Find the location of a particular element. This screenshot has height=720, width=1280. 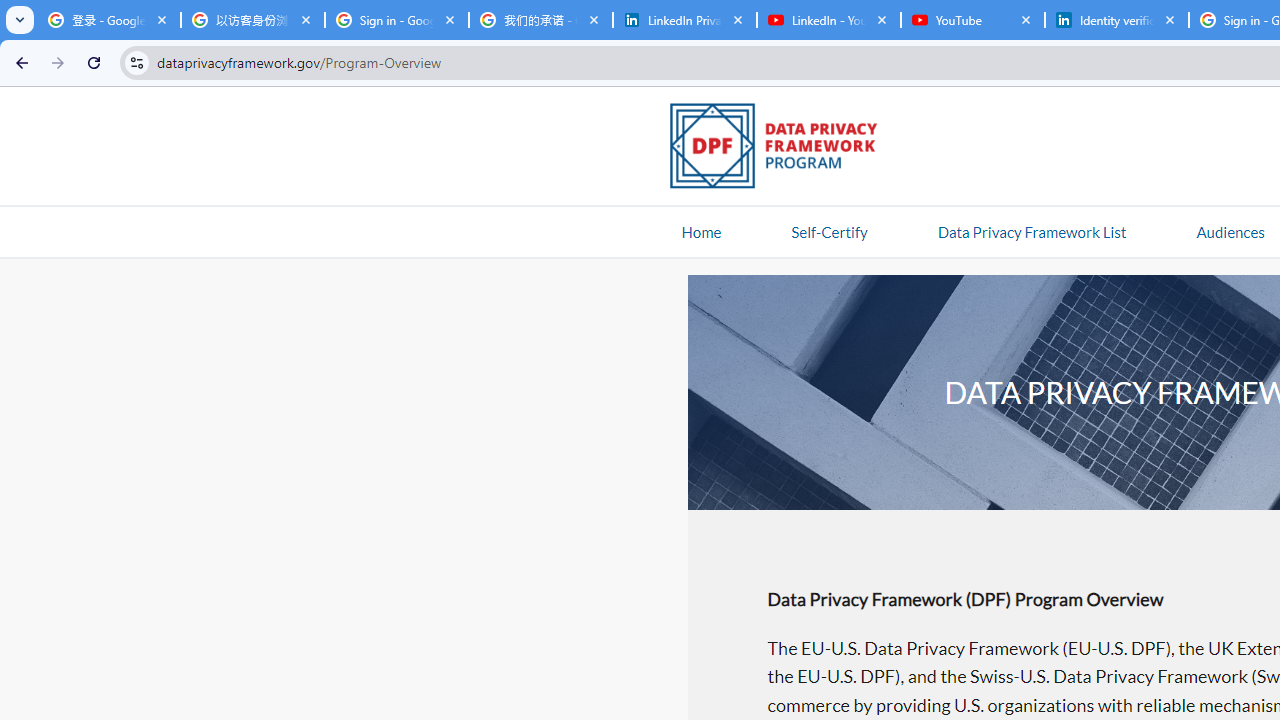

'Sign in - Google Accounts' is located at coordinates (396, 20).